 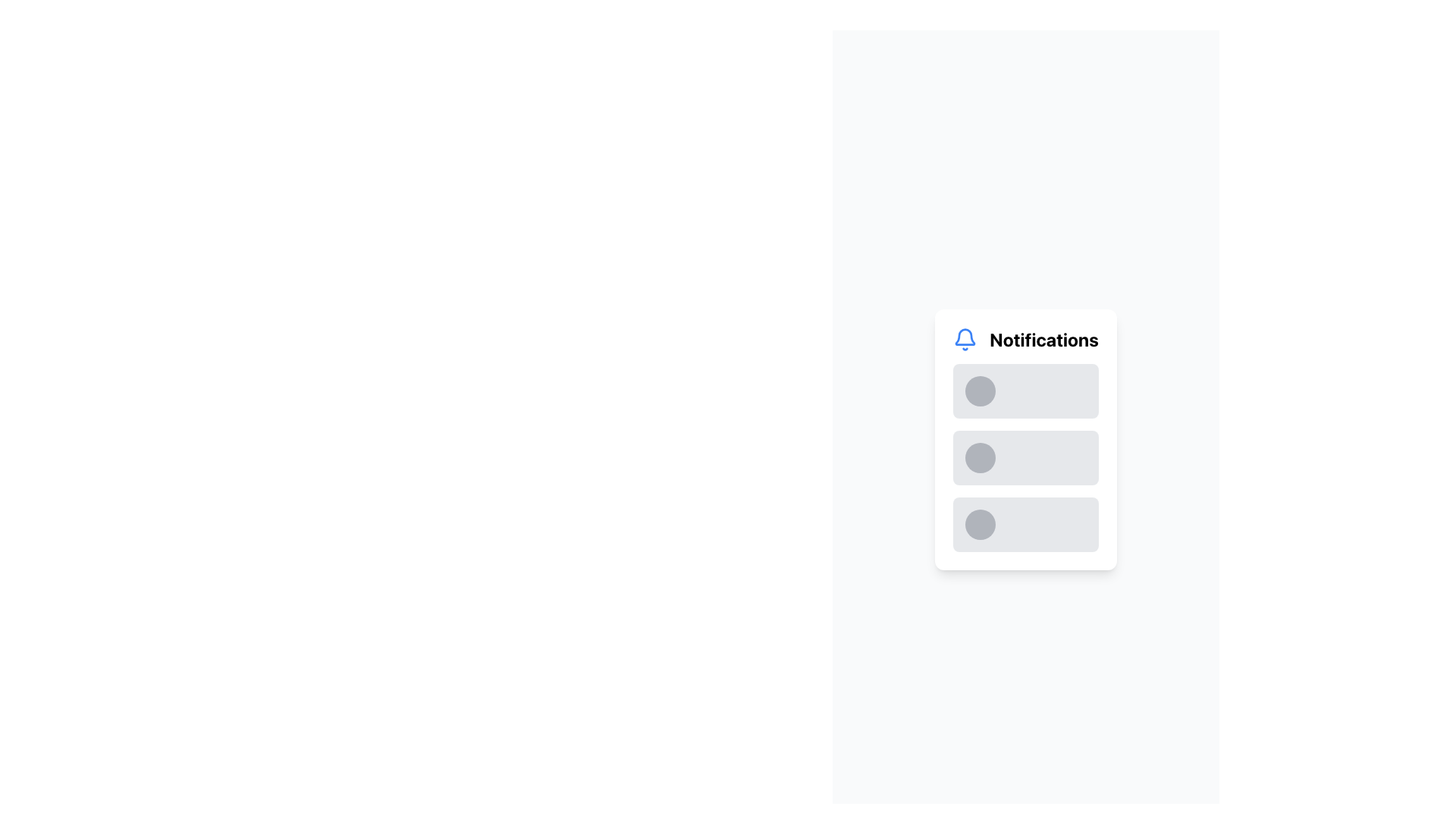 What do you see at coordinates (1026, 338) in the screenshot?
I see `the Notifications header element which features a blue bell icon on the left and bold black text on the right` at bounding box center [1026, 338].